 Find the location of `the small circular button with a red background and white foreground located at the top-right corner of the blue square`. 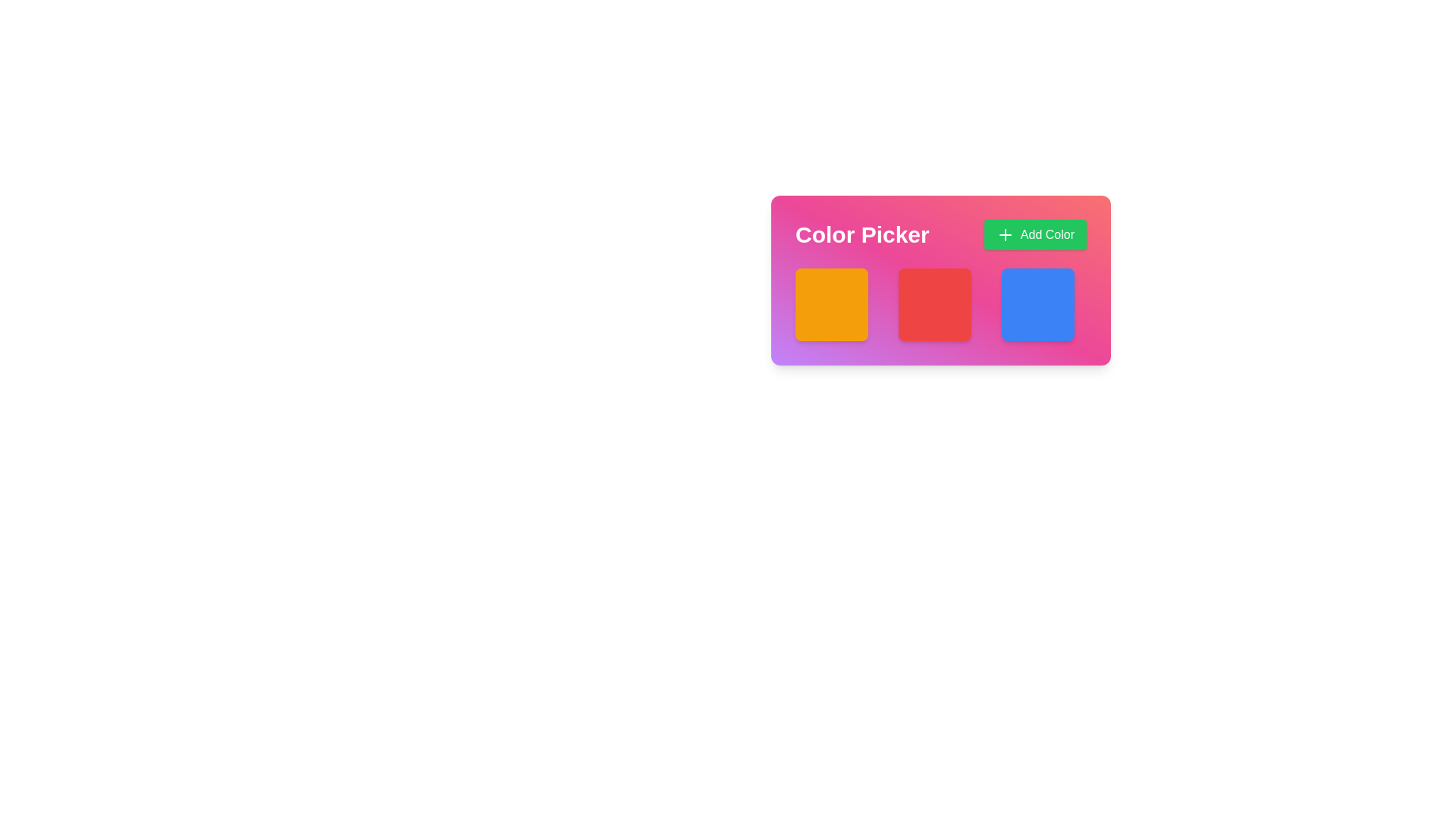

the small circular button with a red background and white foreground located at the top-right corner of the blue square is located at coordinates (1072, 281).